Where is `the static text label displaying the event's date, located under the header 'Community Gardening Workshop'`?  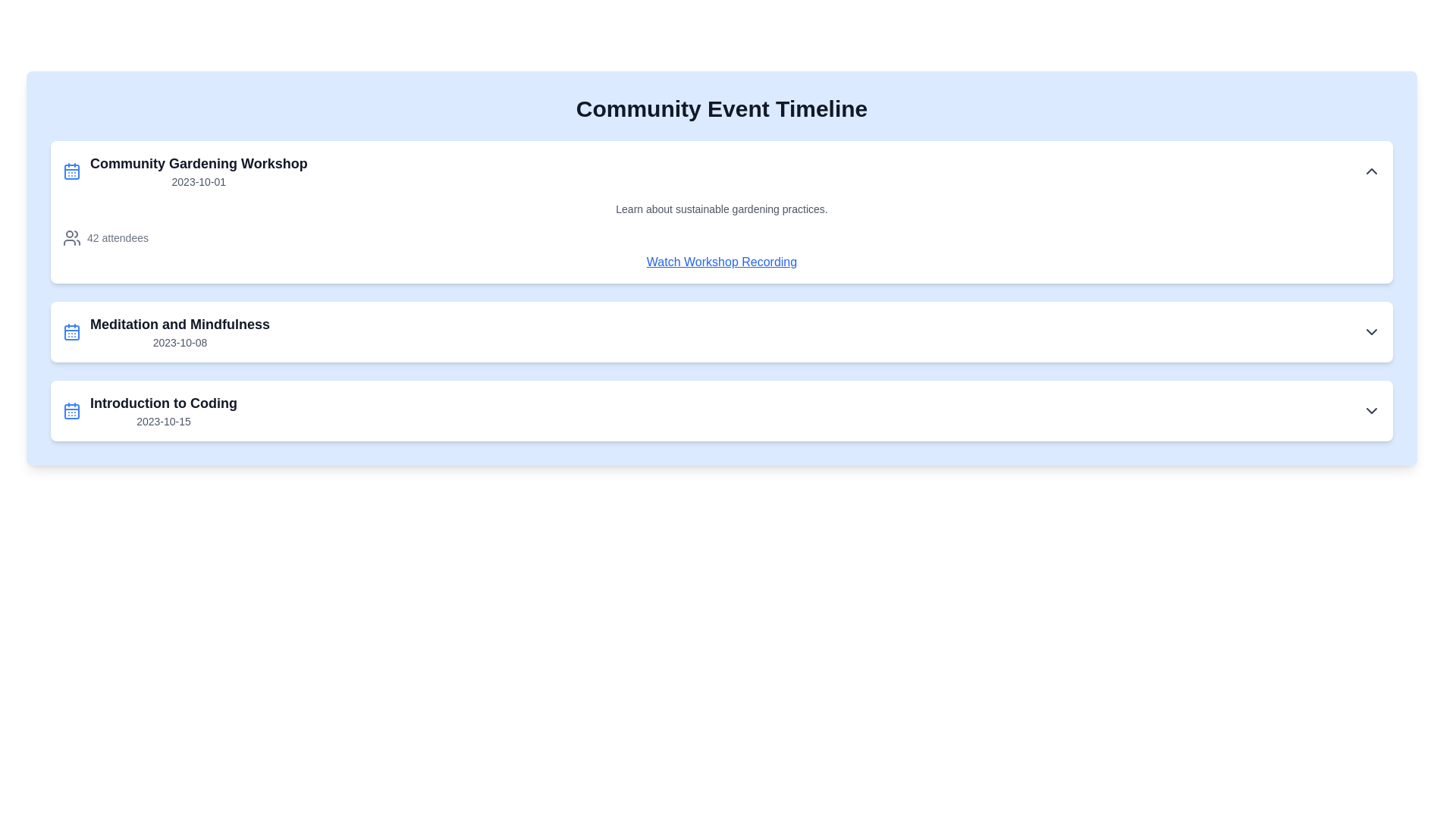 the static text label displaying the event's date, located under the header 'Community Gardening Workshop' is located at coordinates (198, 180).